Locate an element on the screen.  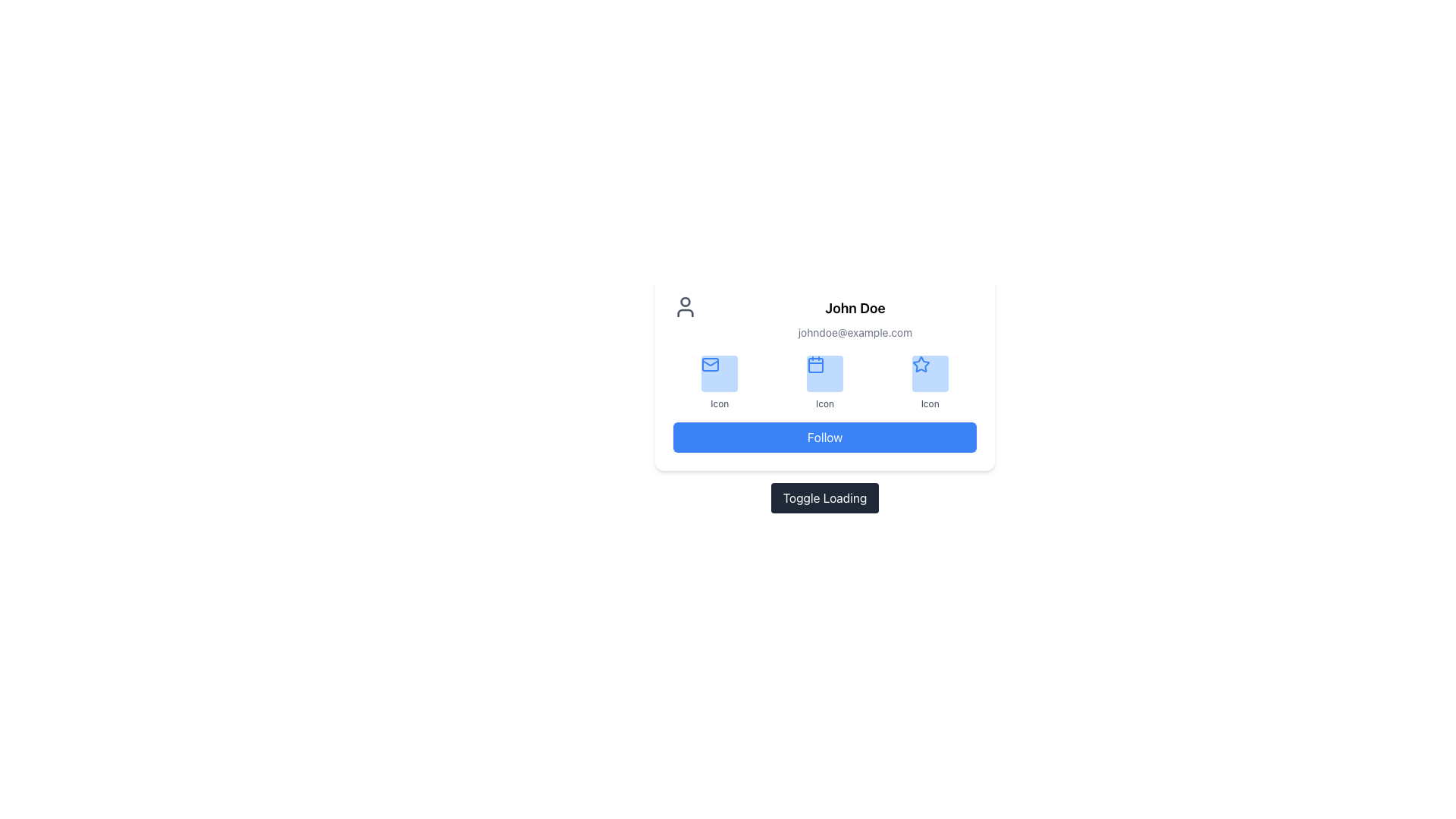
the 'Toggle Loading' button, which is a button-like component with white text on a dark gray background, located directly below the 'Follow' button and centered in the layout is located at coordinates (824, 497).